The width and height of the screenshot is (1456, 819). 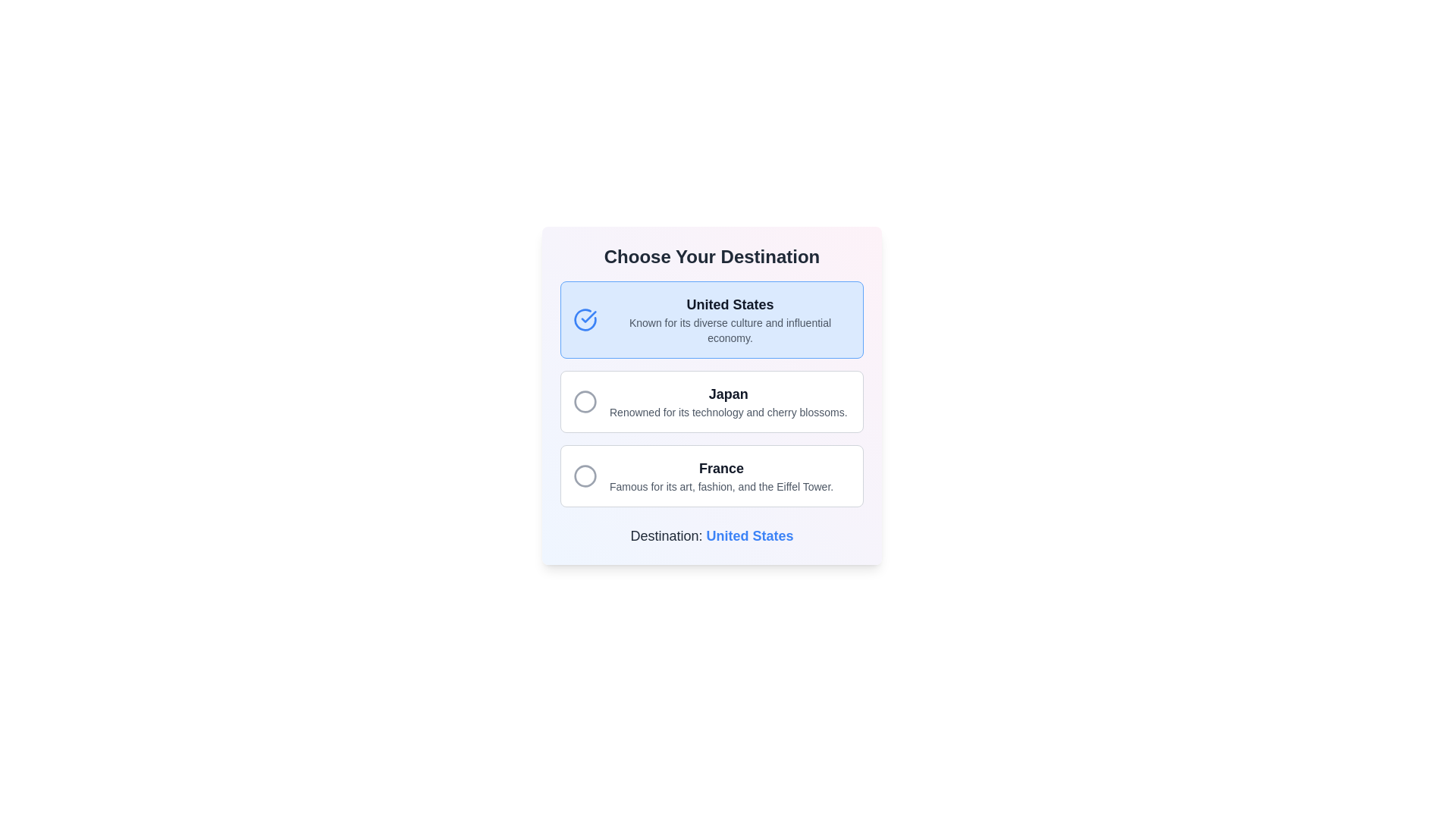 What do you see at coordinates (720, 486) in the screenshot?
I see `the text label providing additional information about the destination 'France', located directly below the text 'France' within an outlined choice box` at bounding box center [720, 486].